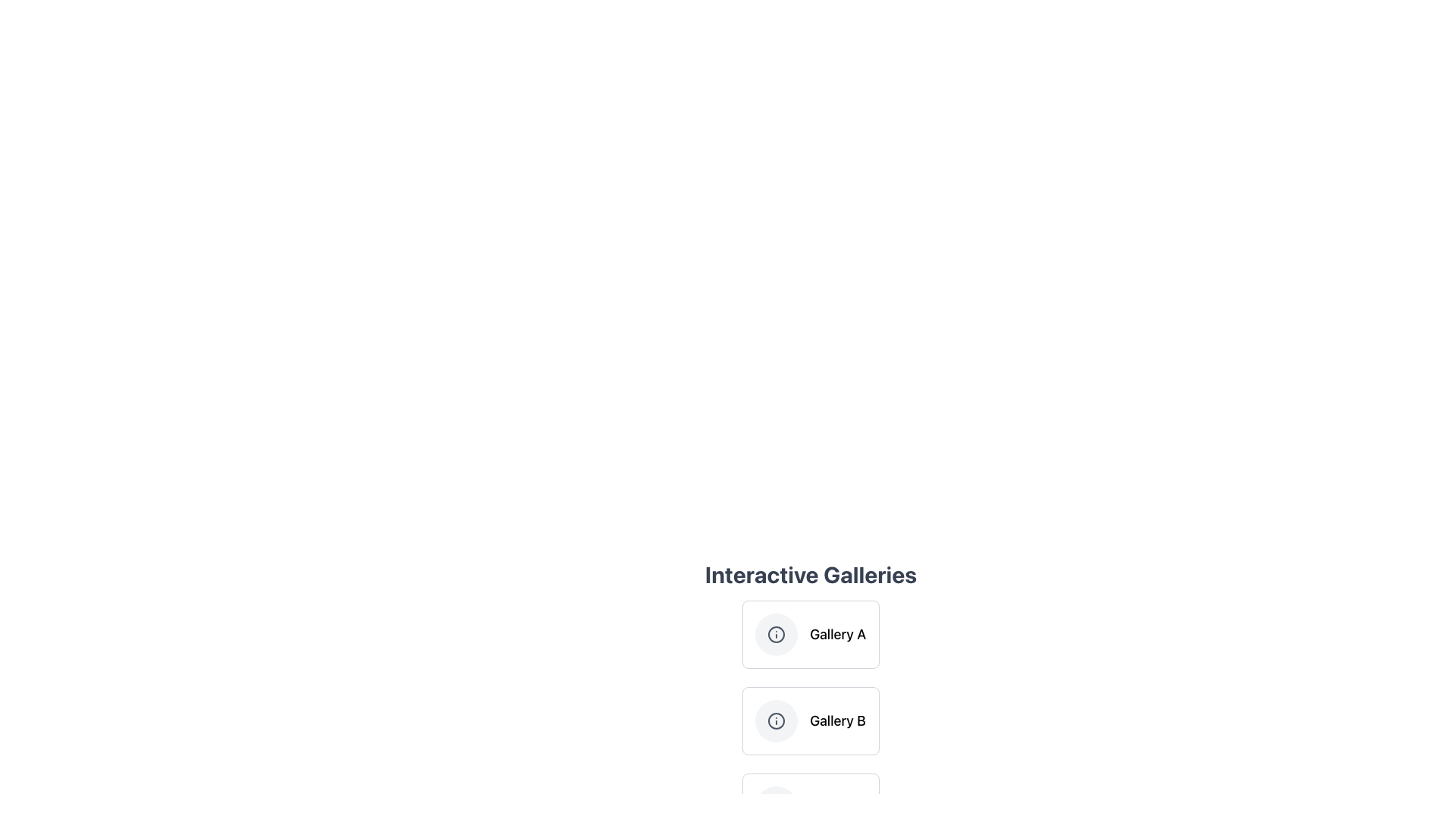 This screenshot has width=1456, height=819. I want to click on the text label displaying 'Gallery A', which is located to the right of a circular icon with an 'i' symbol in the 'Interactive Galleries' section, so click(837, 635).